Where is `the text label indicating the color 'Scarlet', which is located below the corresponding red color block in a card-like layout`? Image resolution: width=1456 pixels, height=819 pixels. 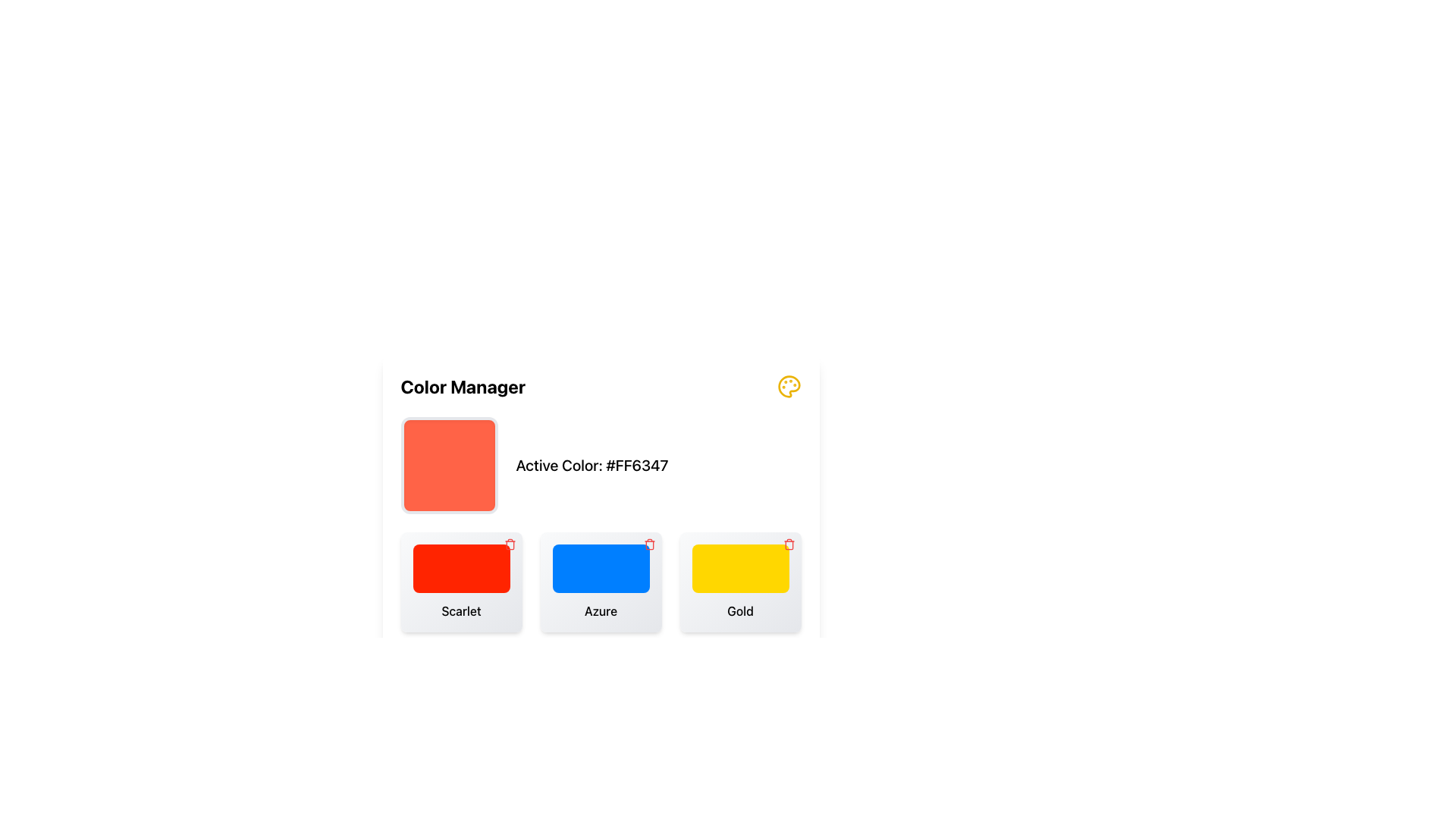
the text label indicating the color 'Scarlet', which is located below the corresponding red color block in a card-like layout is located at coordinates (460, 610).